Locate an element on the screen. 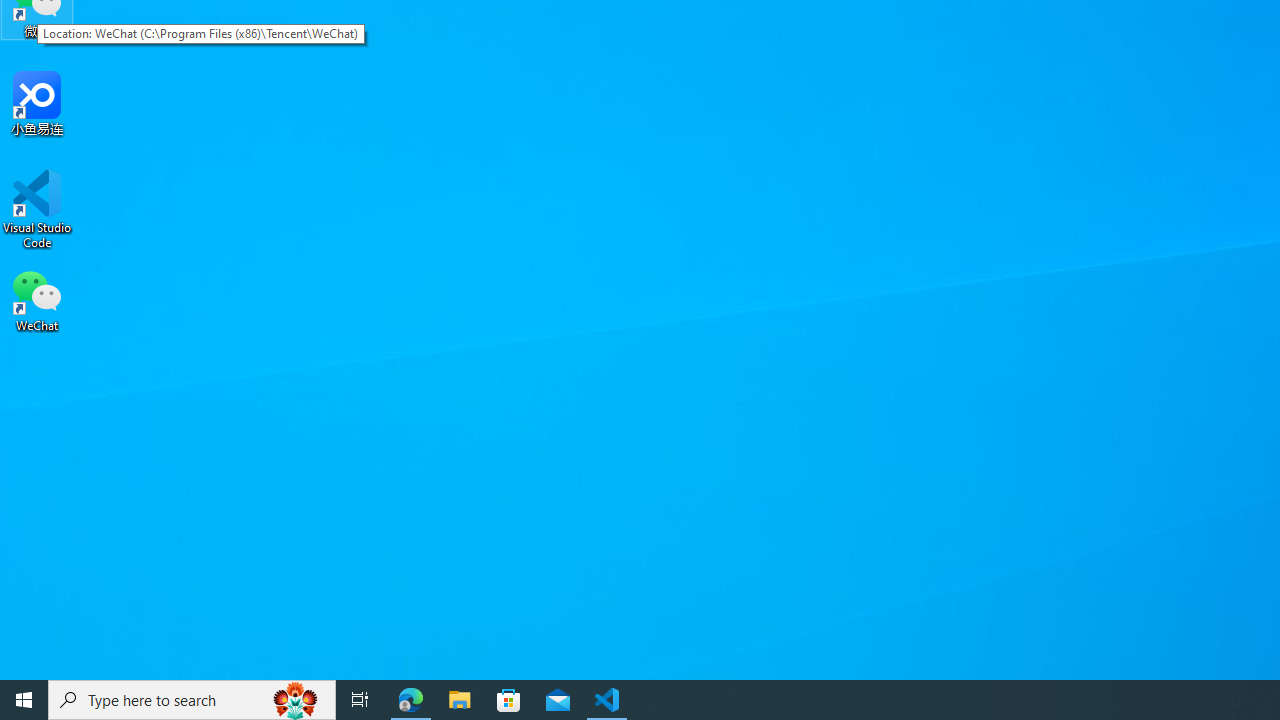 This screenshot has height=720, width=1280. 'Microsoft Edge - 1 running window' is located at coordinates (410, 698).